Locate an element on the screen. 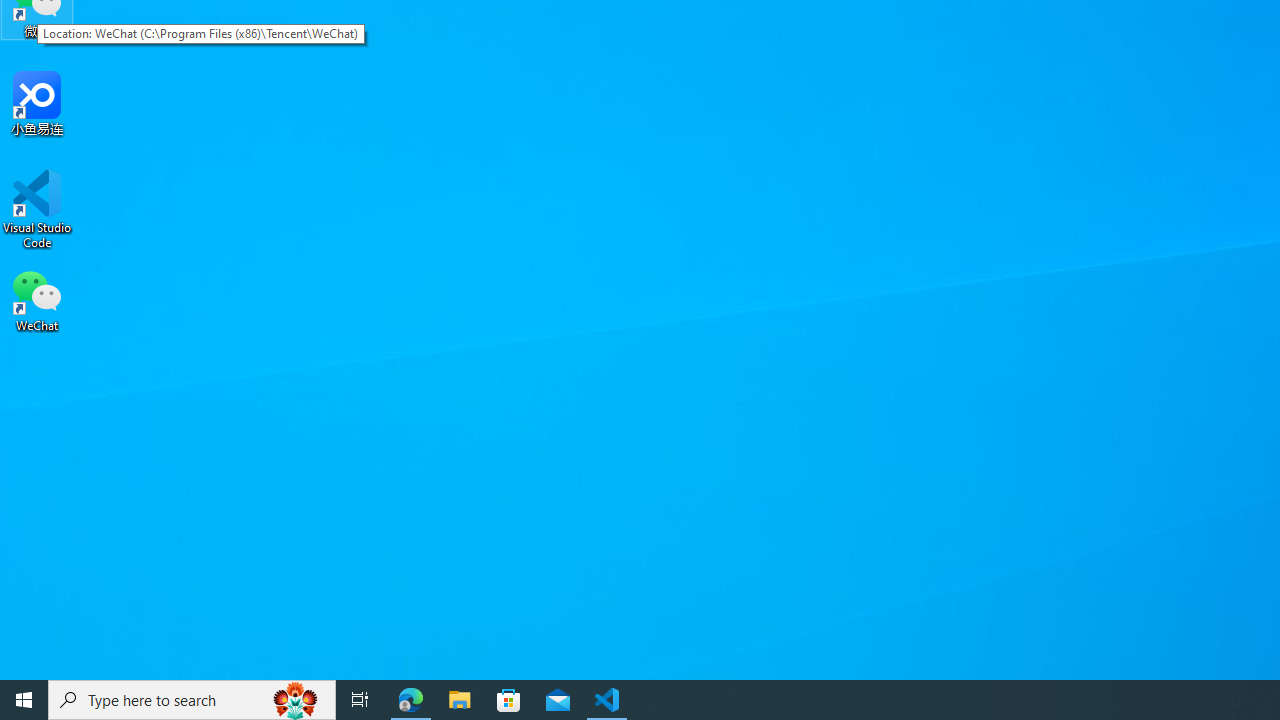 This screenshot has height=720, width=1280. 'Microsoft Edge - 1 running window' is located at coordinates (410, 698).